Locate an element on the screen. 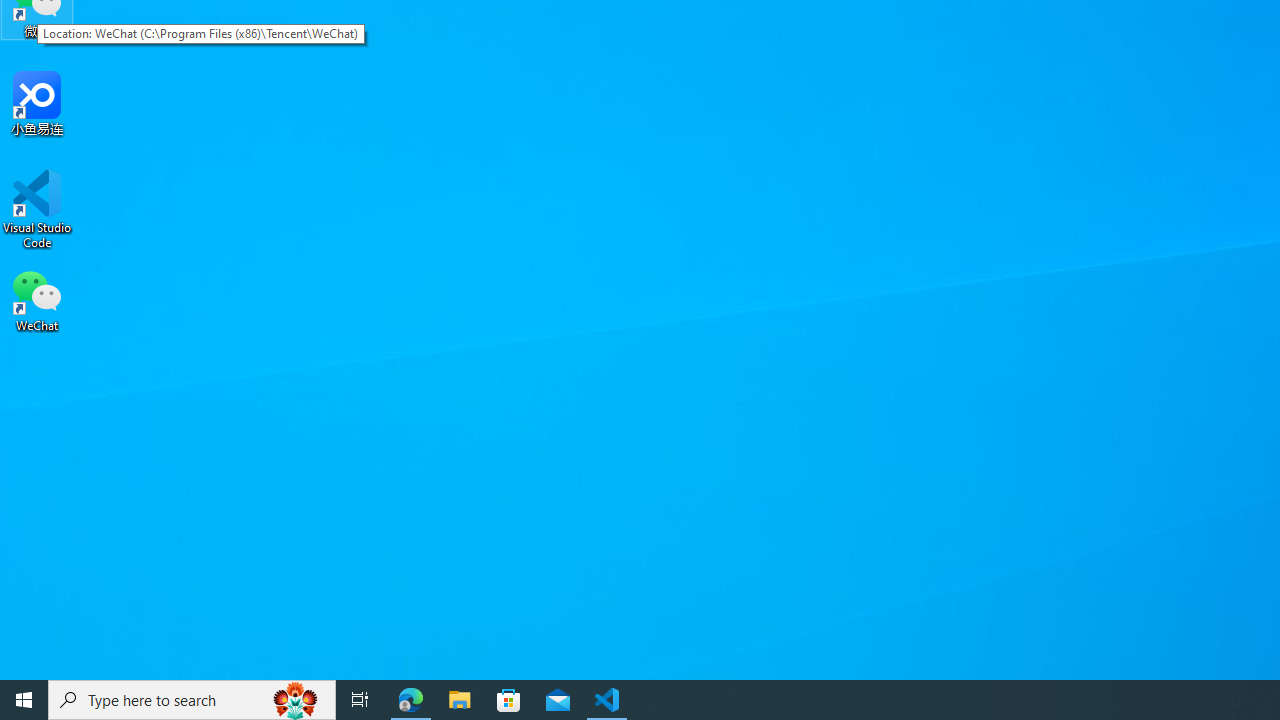 This screenshot has height=720, width=1280. 'Microsoft Edge - 1 running window' is located at coordinates (410, 698).